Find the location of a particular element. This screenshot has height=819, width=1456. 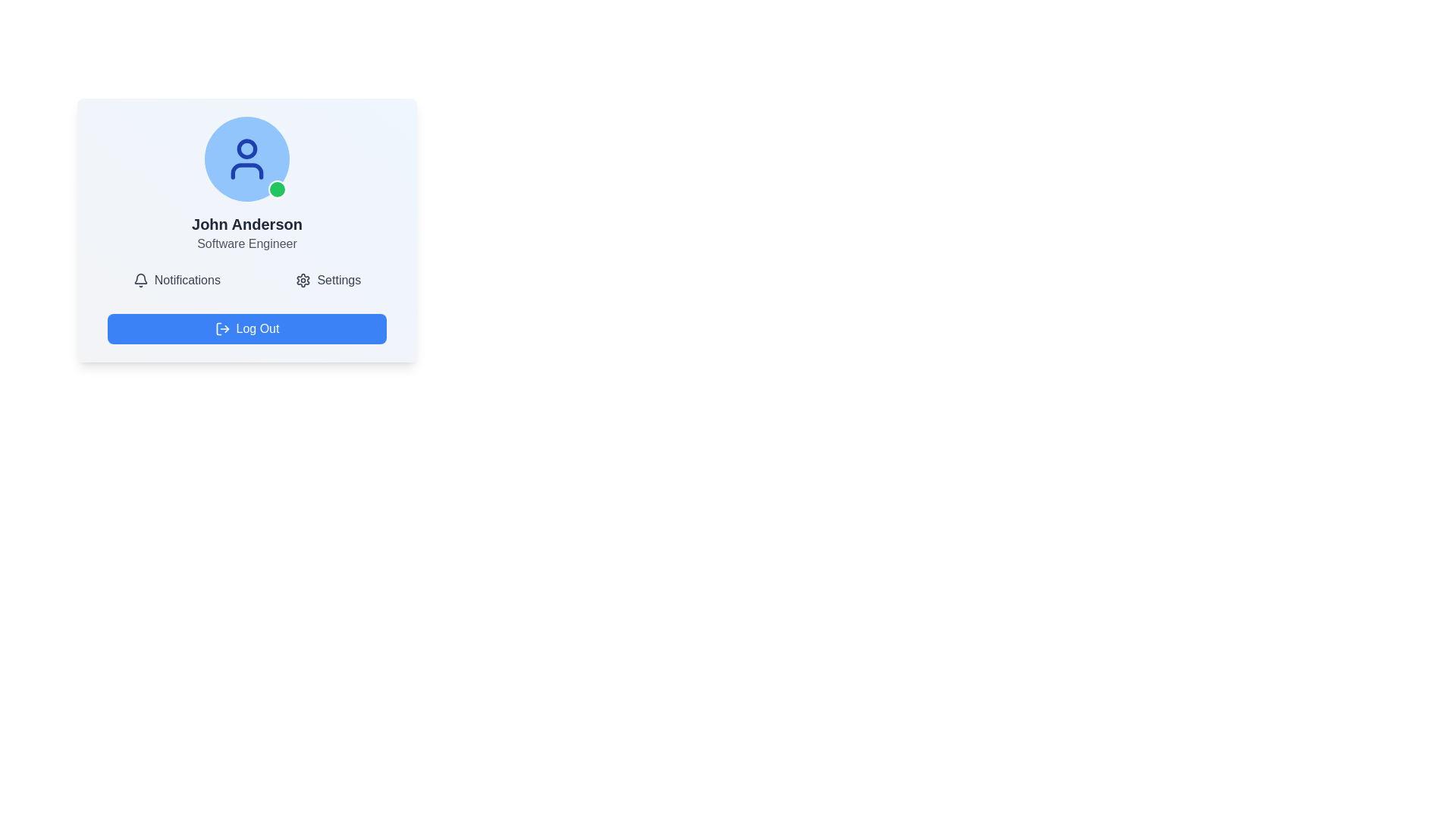

the Interactive Button with Icon and Text labeled 'Settings' to change its text color from gray to blue is located at coordinates (328, 281).